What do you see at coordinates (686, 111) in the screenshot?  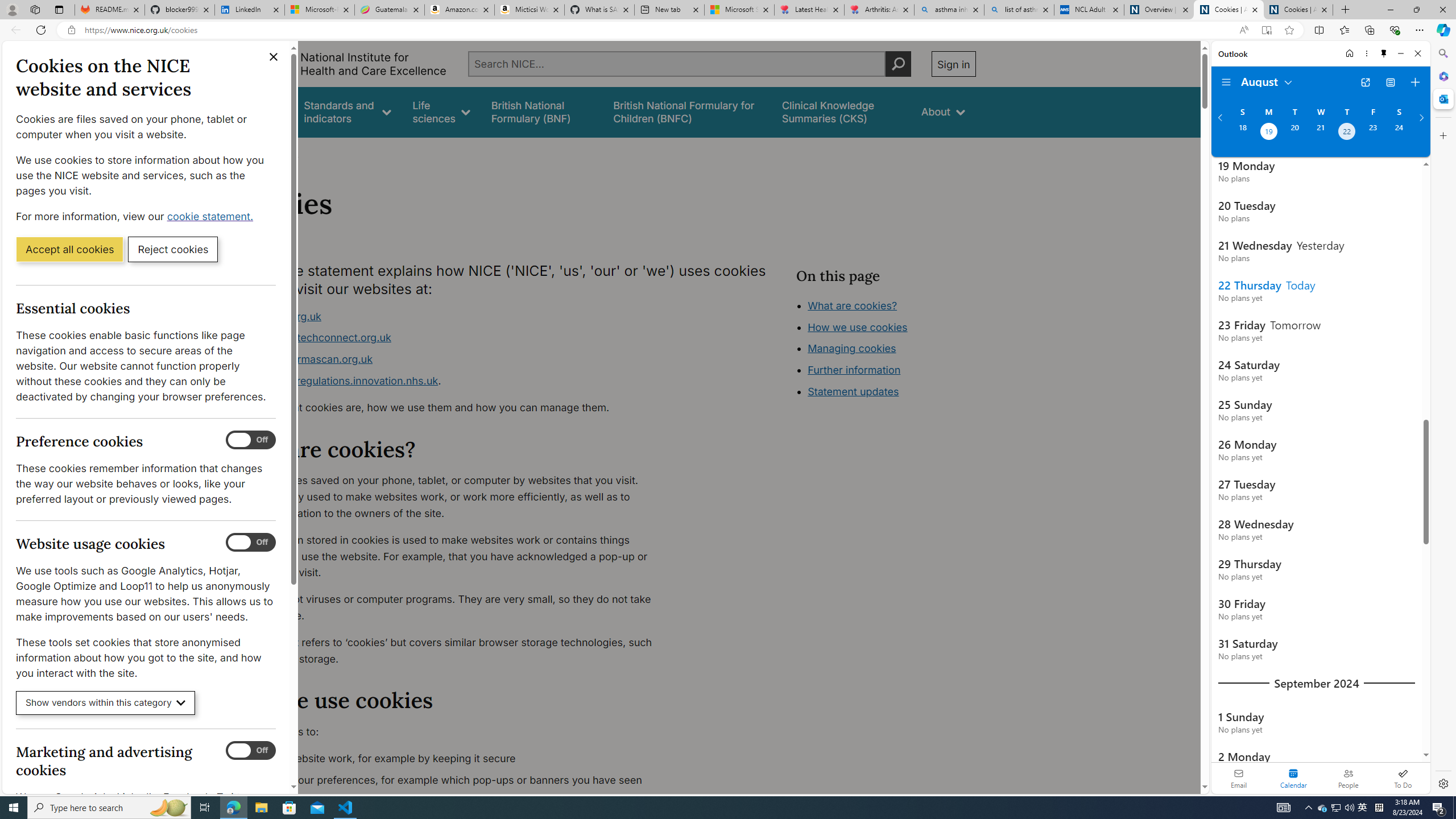 I see `'British National Formulary for Children (BNFC)'` at bounding box center [686, 111].